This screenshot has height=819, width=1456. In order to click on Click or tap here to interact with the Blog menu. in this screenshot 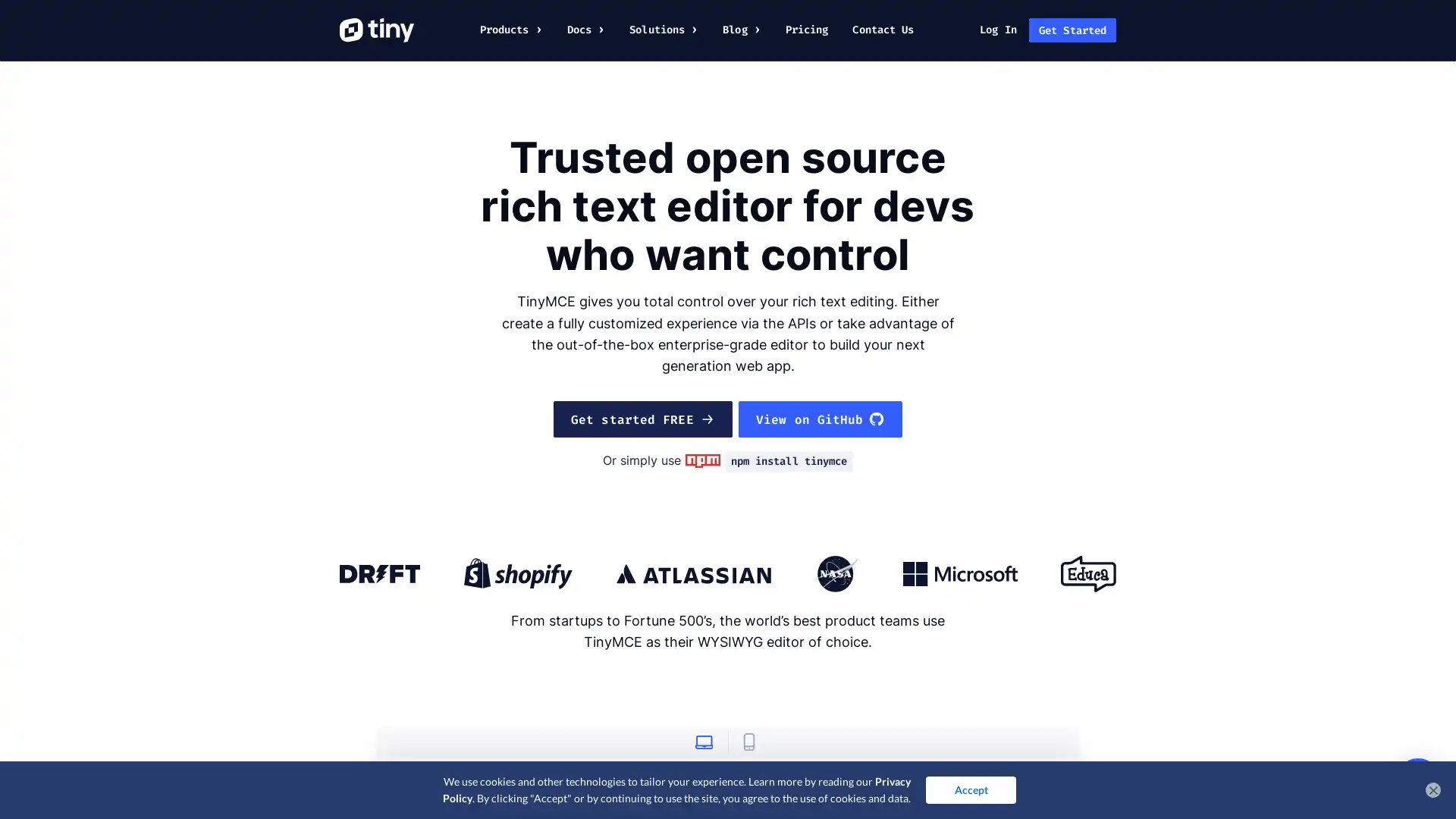, I will do `click(742, 30)`.